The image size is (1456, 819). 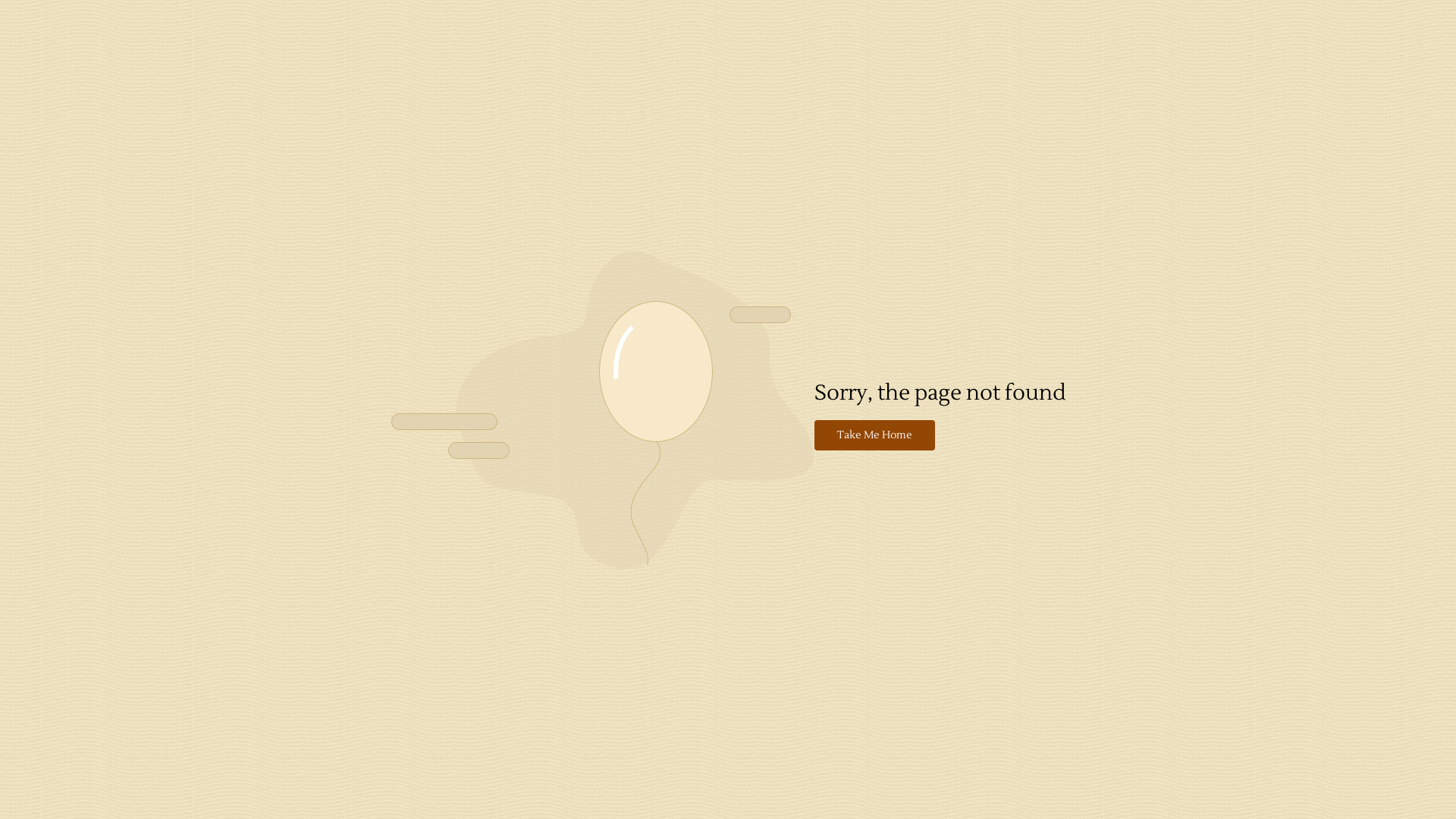 What do you see at coordinates (874, 435) in the screenshot?
I see `'Take Me Home'` at bounding box center [874, 435].